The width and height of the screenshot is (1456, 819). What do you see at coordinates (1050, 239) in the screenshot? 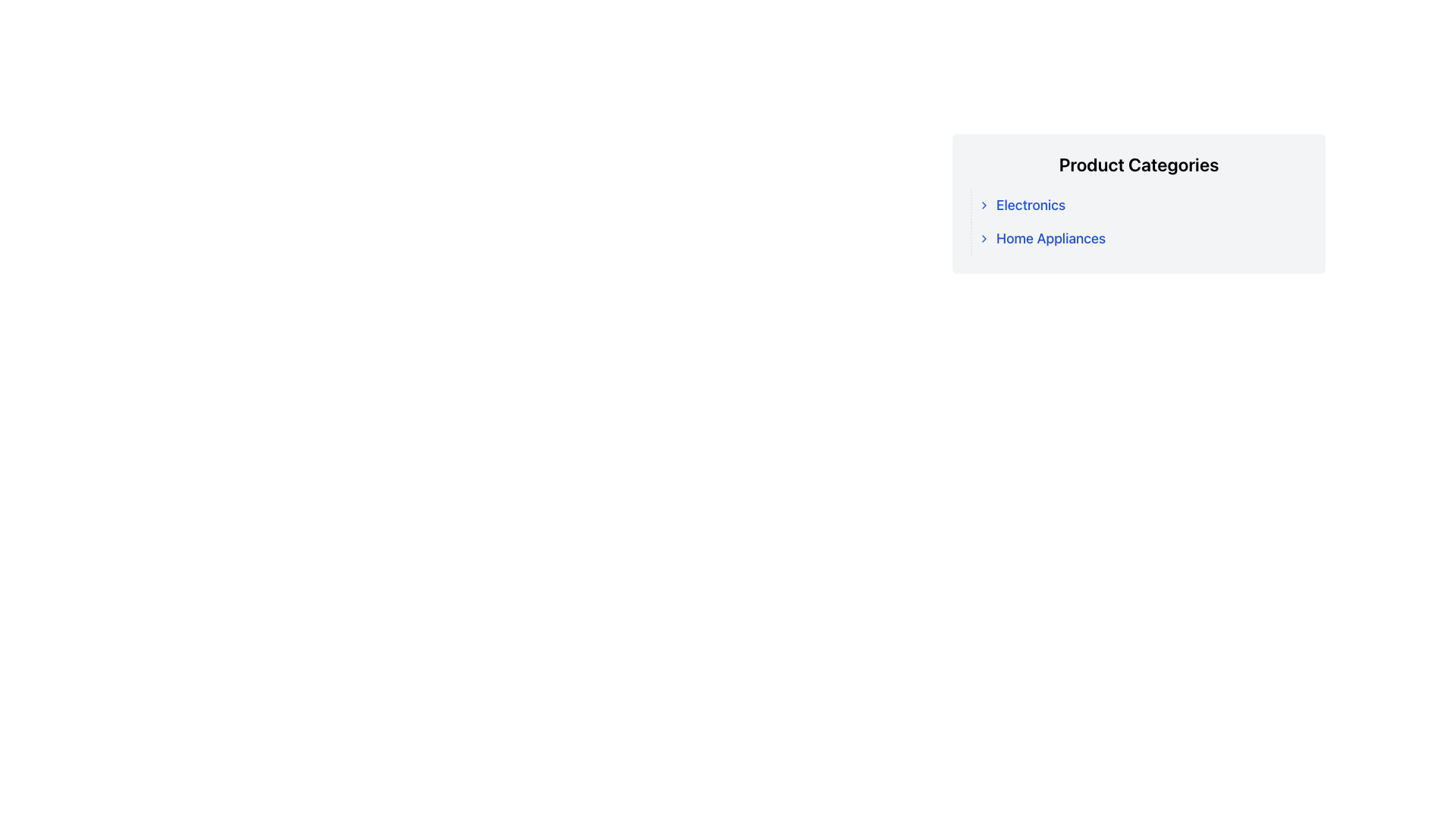
I see `the 'Home Appliances' text label, which is styled in medium weight, larger blue font, and is located under the 'Product Categories' section following 'Electronics'` at bounding box center [1050, 239].